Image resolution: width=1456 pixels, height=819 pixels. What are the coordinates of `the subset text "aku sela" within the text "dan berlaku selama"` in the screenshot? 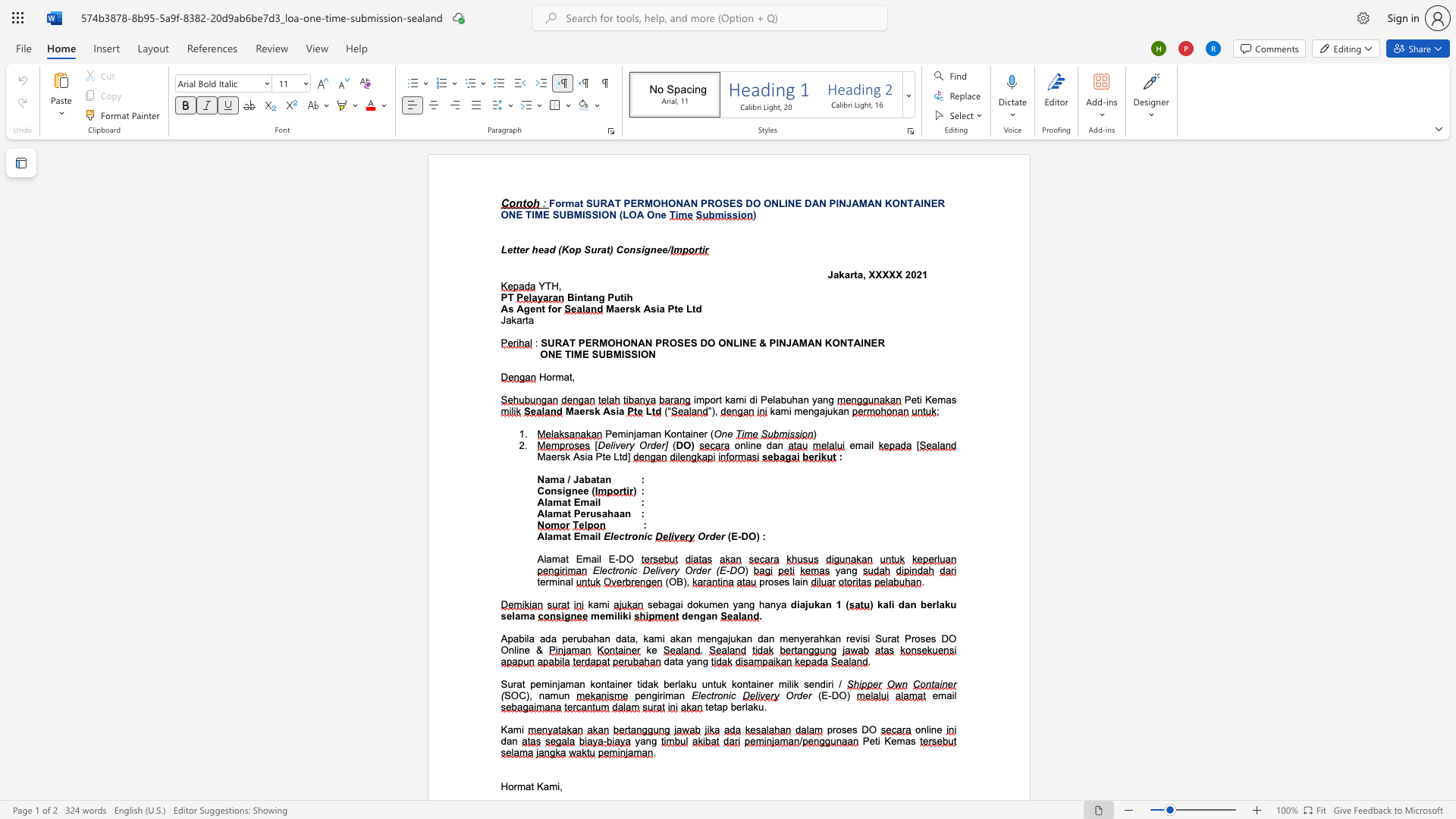 It's located at (938, 604).